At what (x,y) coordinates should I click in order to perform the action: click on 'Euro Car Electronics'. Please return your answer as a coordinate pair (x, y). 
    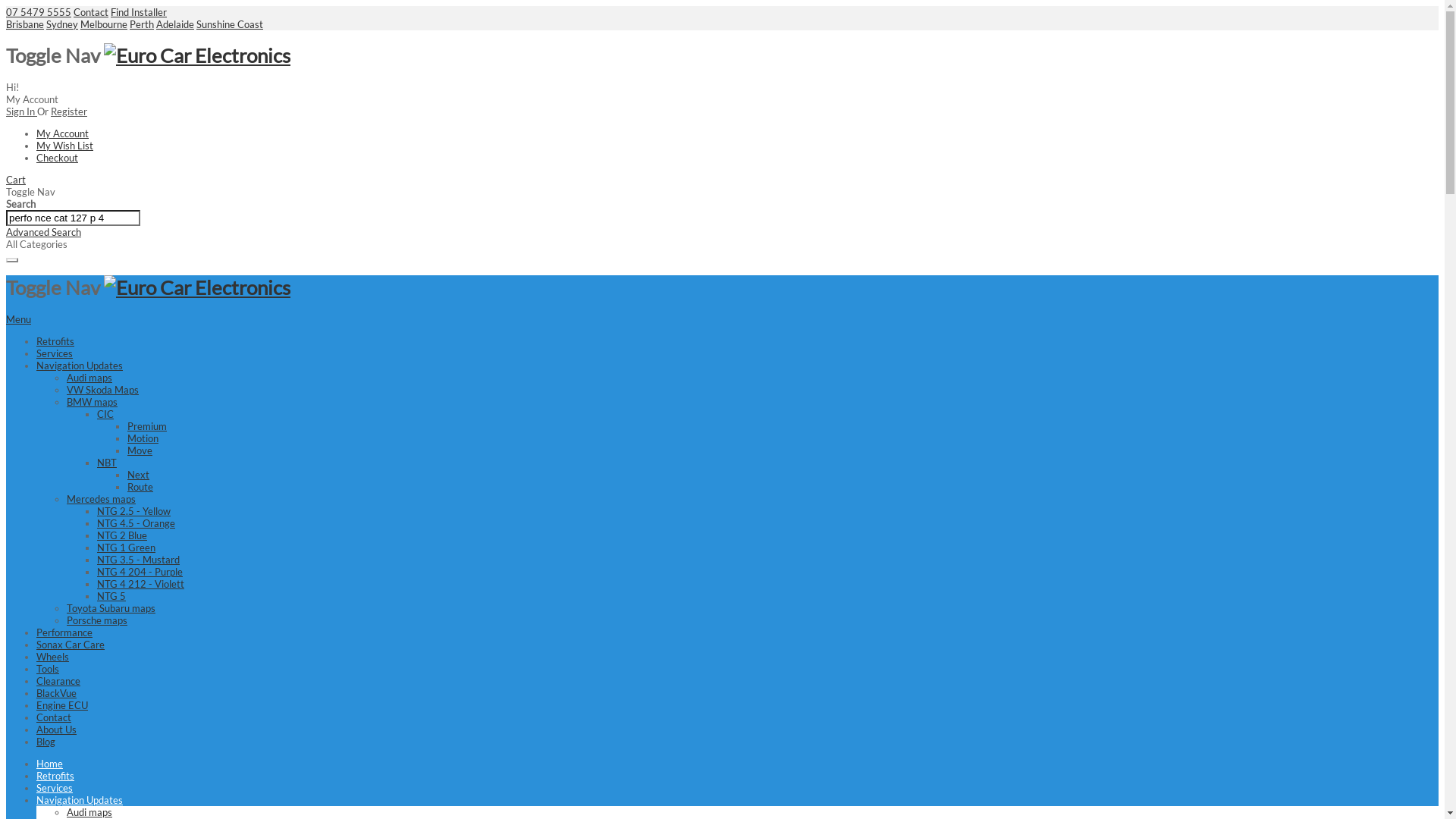
    Looking at the image, I should click on (196, 287).